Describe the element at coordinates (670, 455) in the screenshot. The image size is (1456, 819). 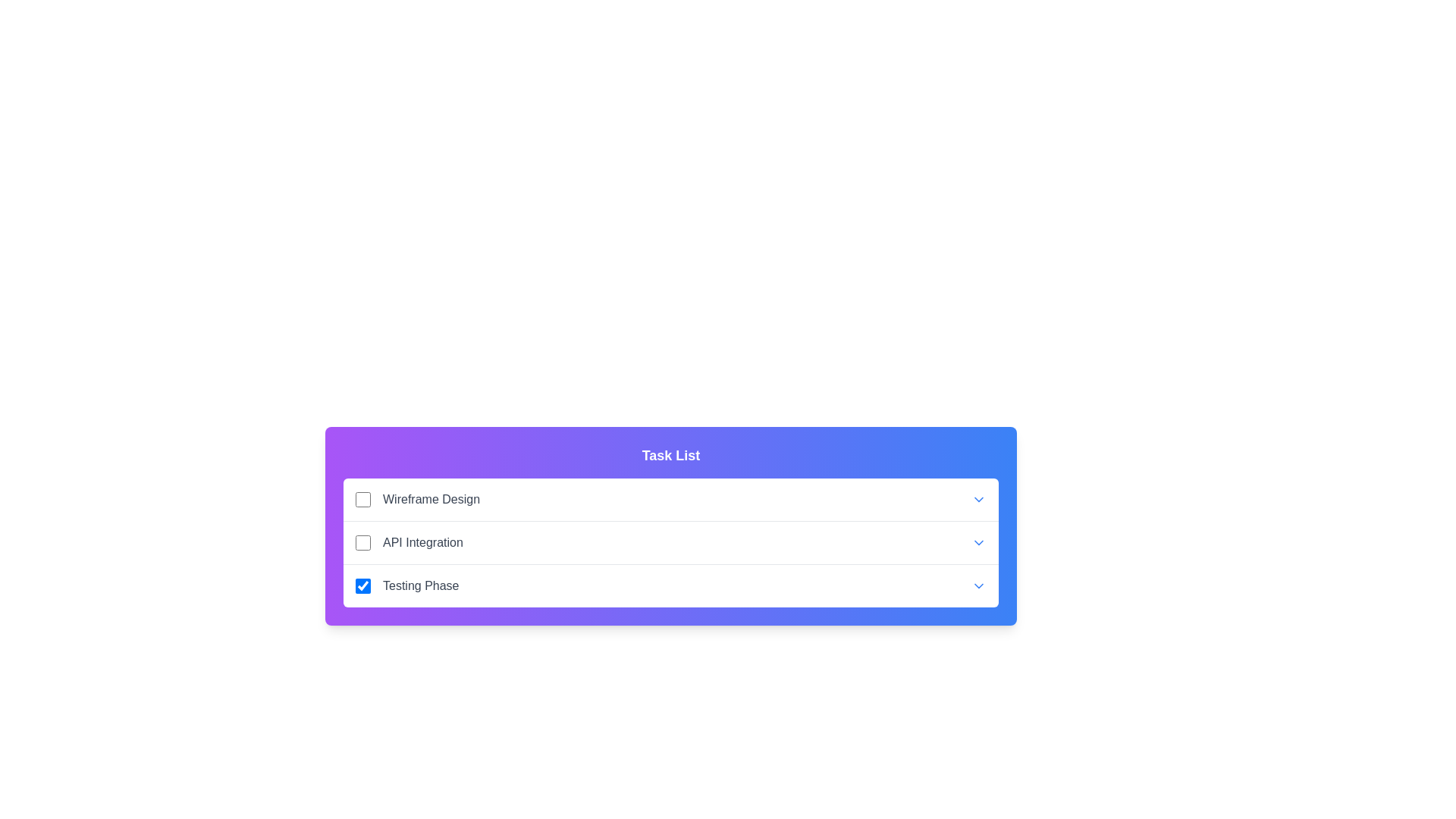
I see `the task list header` at that location.